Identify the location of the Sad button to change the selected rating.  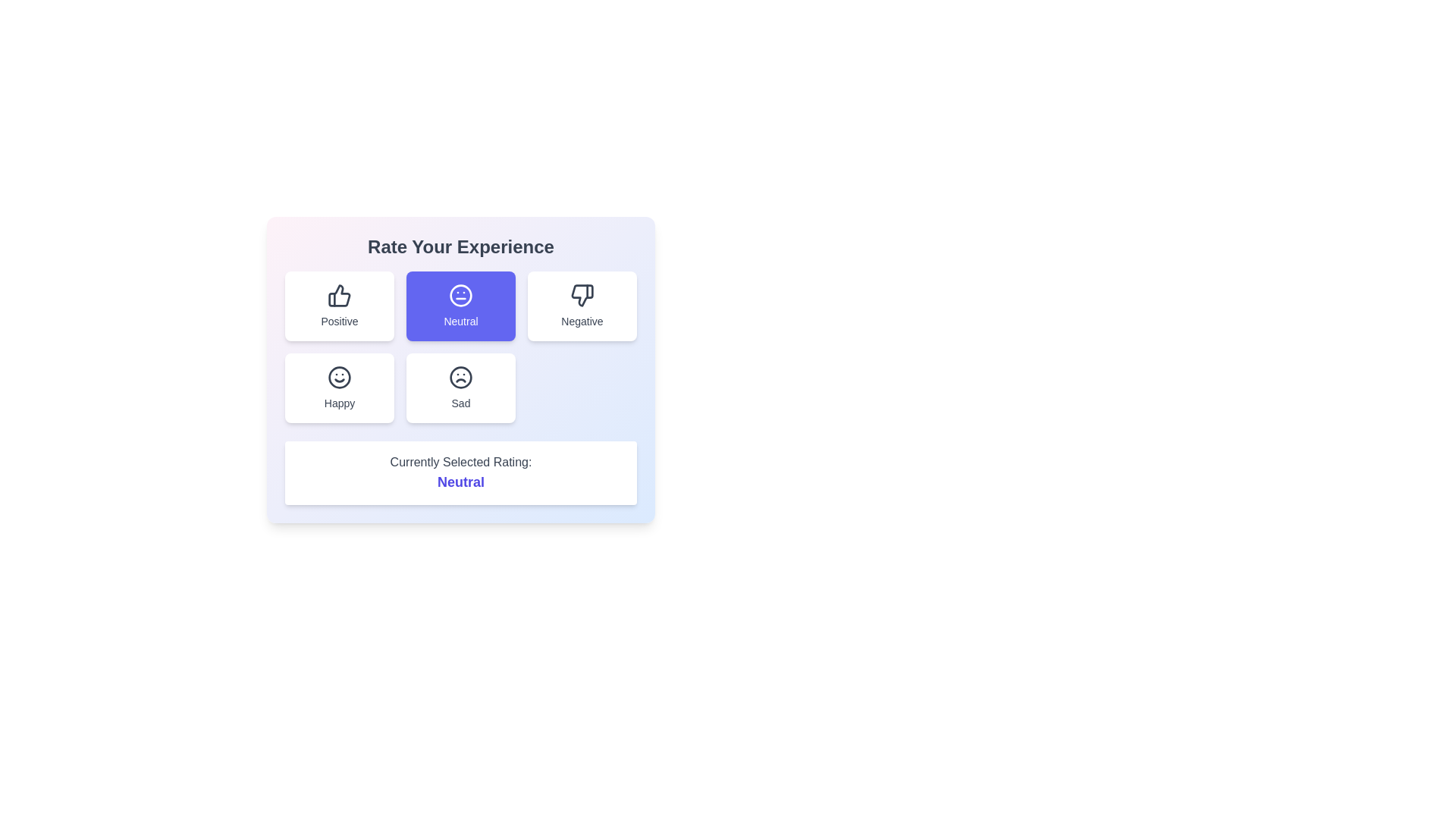
(460, 388).